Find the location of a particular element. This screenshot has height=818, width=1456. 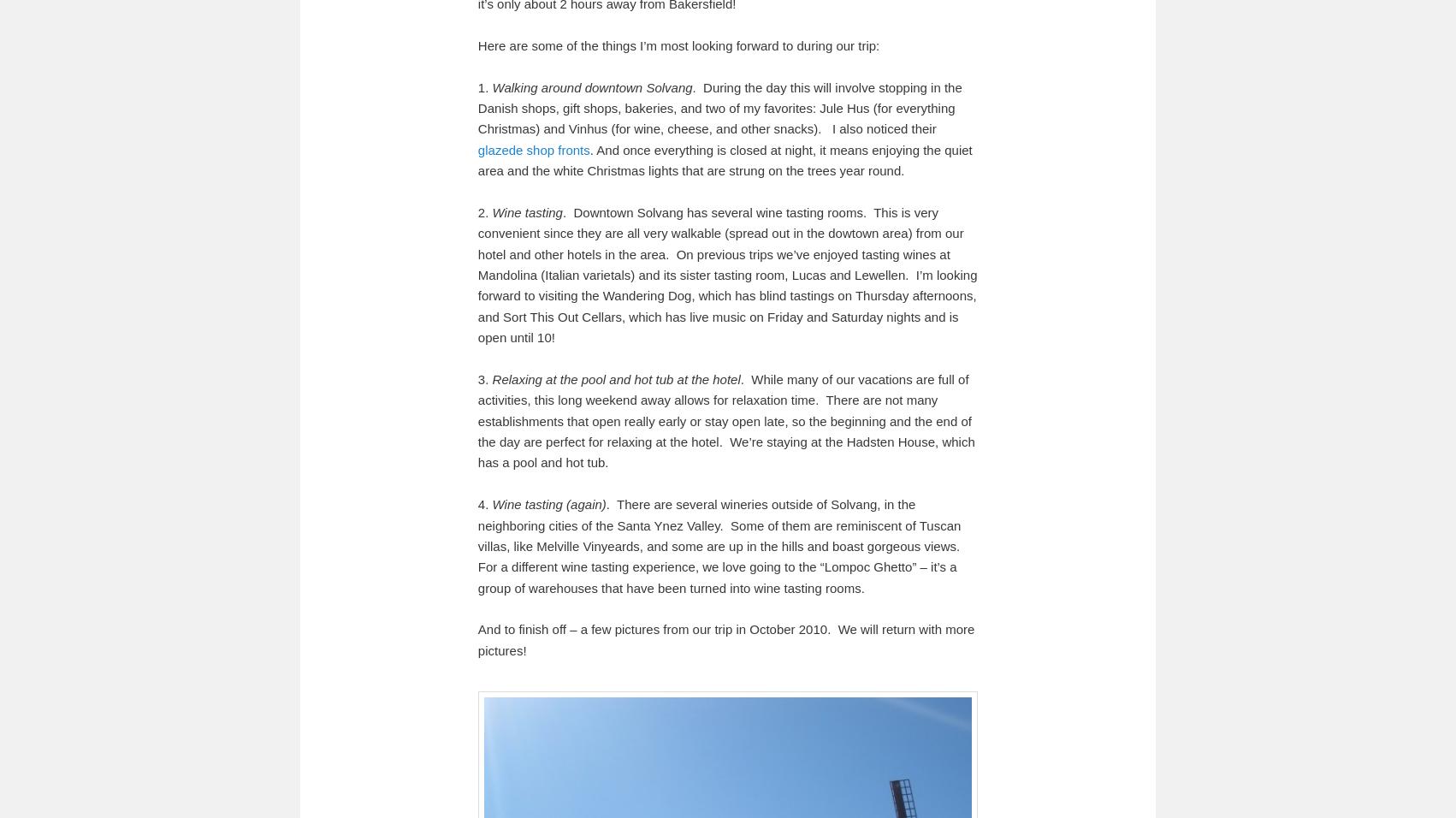

'.  While many of our vacations are full of activities, this long weekend away allows for relaxation time.  There are not many establishments that open really early or stay open late, so the beginning and the end of the day are perfect for relaxing at the hotel.  We’re staying at the Hadsten House, which has a pool and hot tub.' is located at coordinates (725, 419).